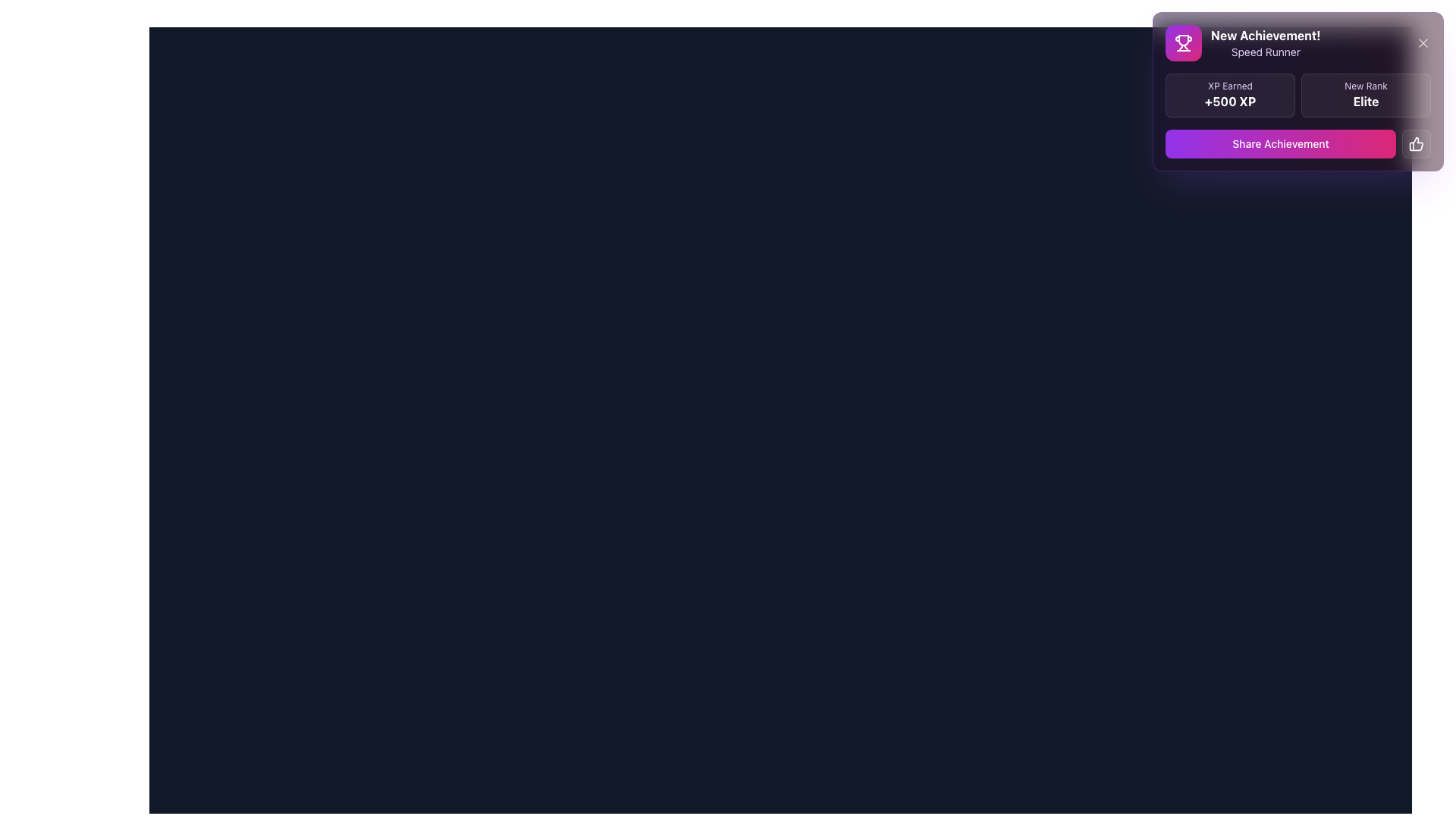 The width and height of the screenshot is (1456, 819). What do you see at coordinates (1415, 143) in the screenshot?
I see `the thumbs-up button with a bold white outline and semi-transparent dark background to convey appreciation` at bounding box center [1415, 143].